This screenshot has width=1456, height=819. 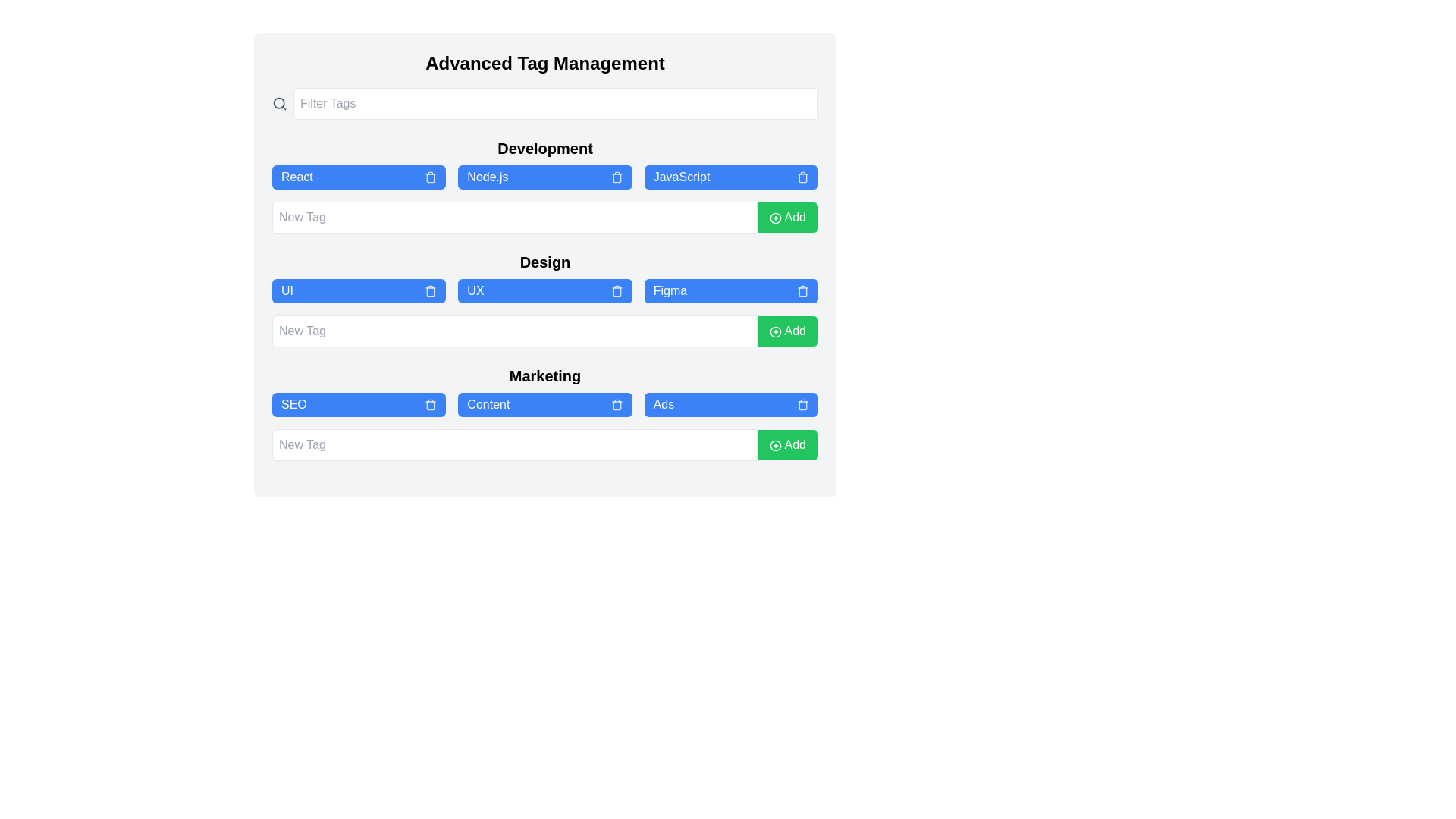 I want to click on the 'SEO' button located as the first button, so click(x=358, y=403).